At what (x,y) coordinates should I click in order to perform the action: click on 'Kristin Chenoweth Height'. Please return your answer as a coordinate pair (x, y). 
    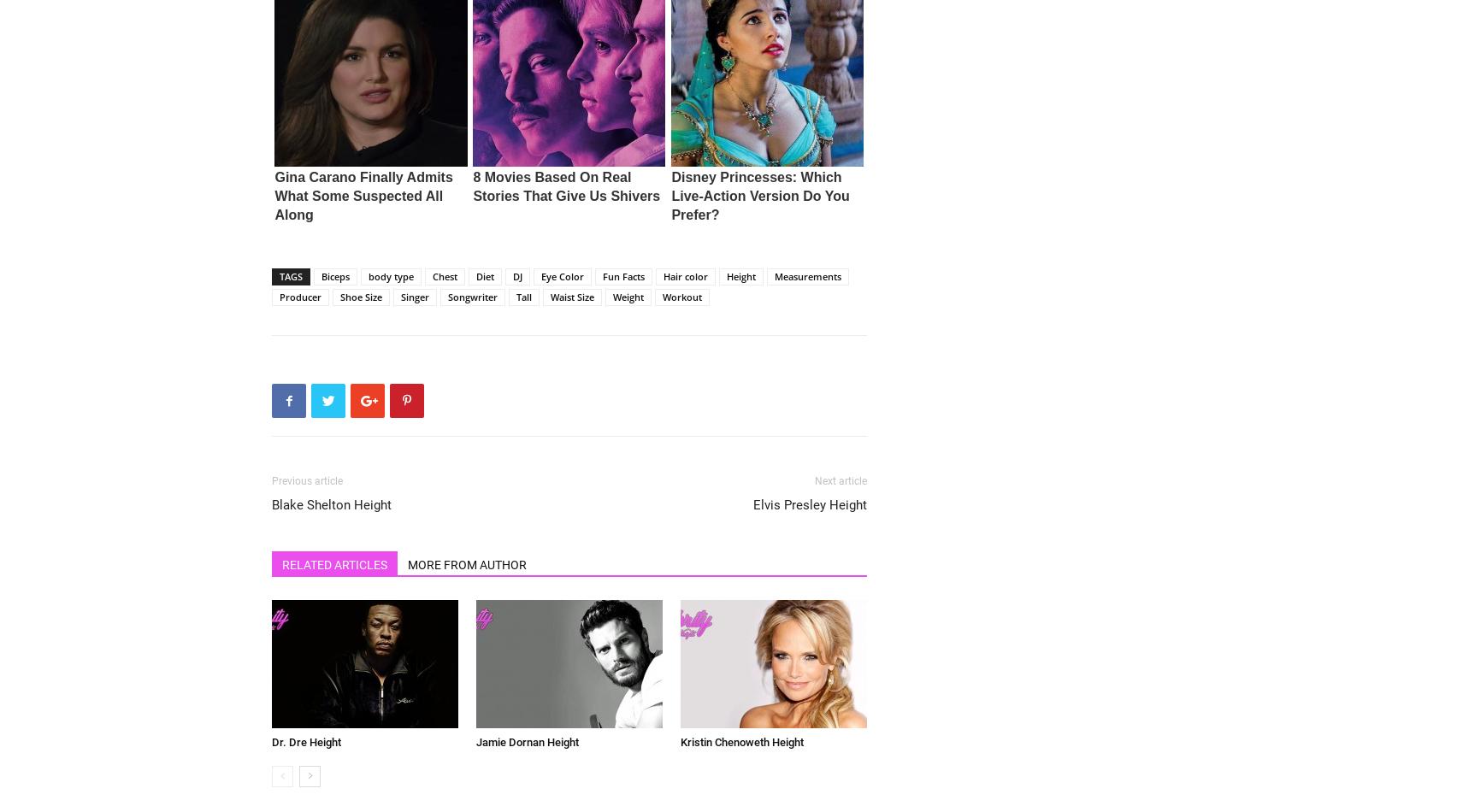
    Looking at the image, I should click on (742, 741).